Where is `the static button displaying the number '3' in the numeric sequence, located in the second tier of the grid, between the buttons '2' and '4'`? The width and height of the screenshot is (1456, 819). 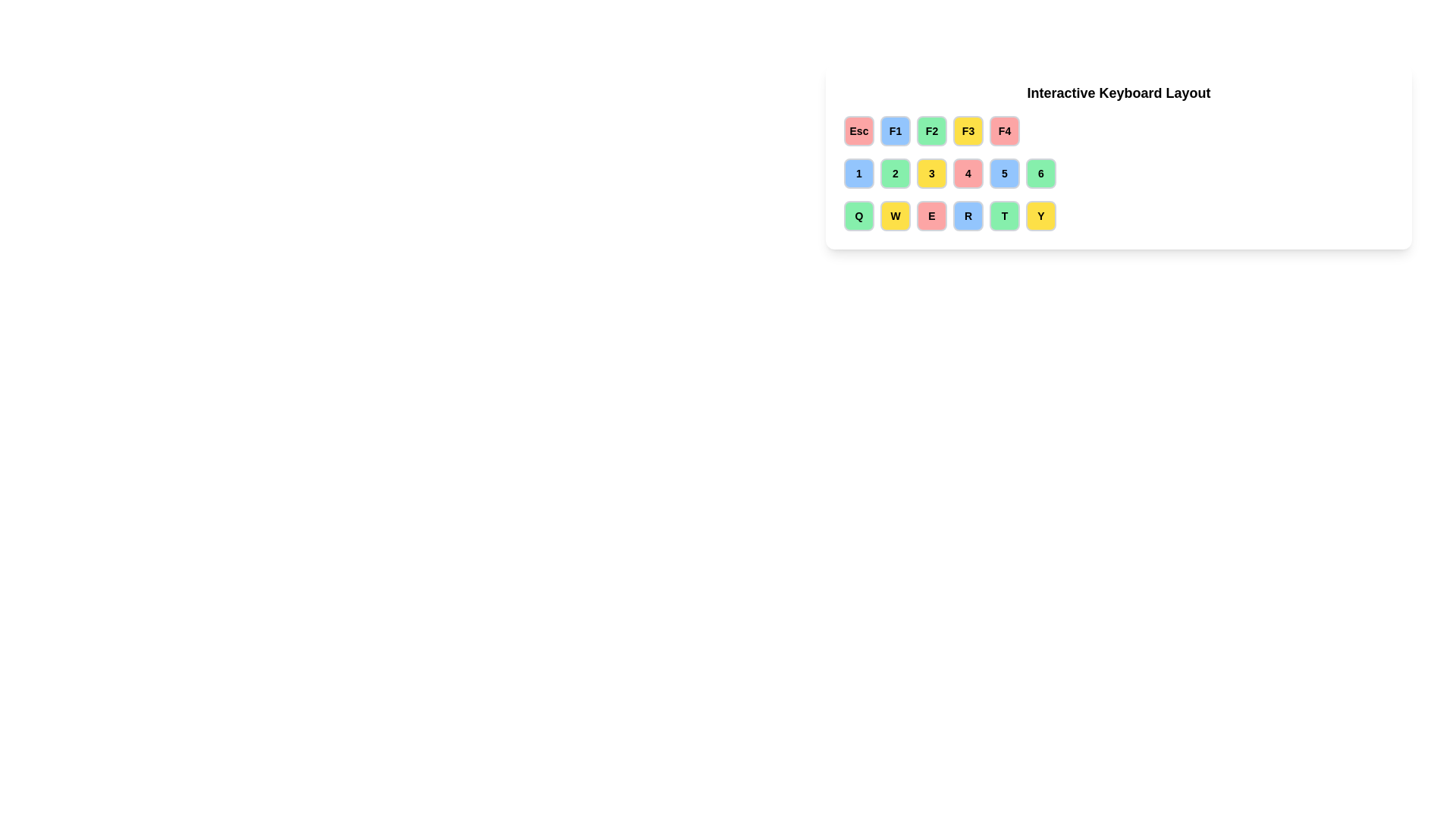
the static button displaying the number '3' in the numeric sequence, located in the second tier of the grid, between the buttons '2' and '4' is located at coordinates (930, 172).